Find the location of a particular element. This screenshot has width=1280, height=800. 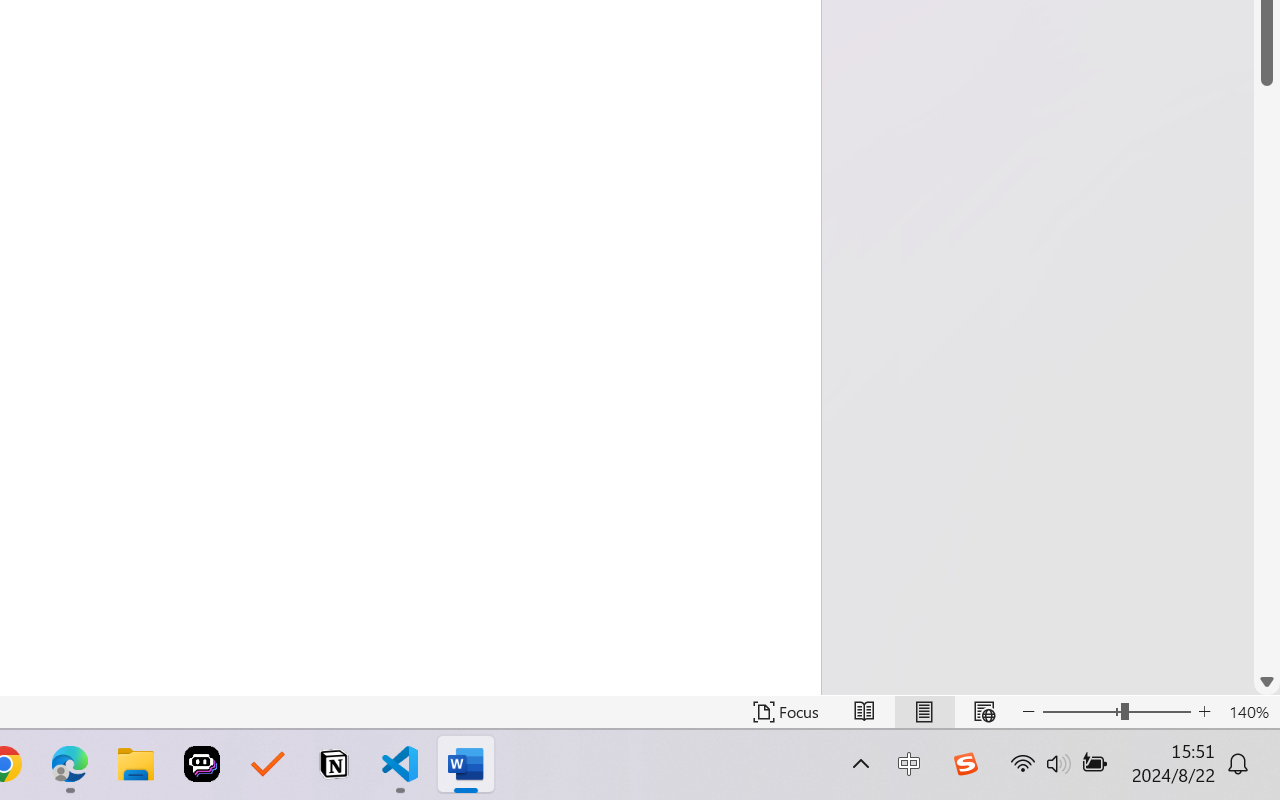

'Zoom Out' is located at coordinates (1080, 711).